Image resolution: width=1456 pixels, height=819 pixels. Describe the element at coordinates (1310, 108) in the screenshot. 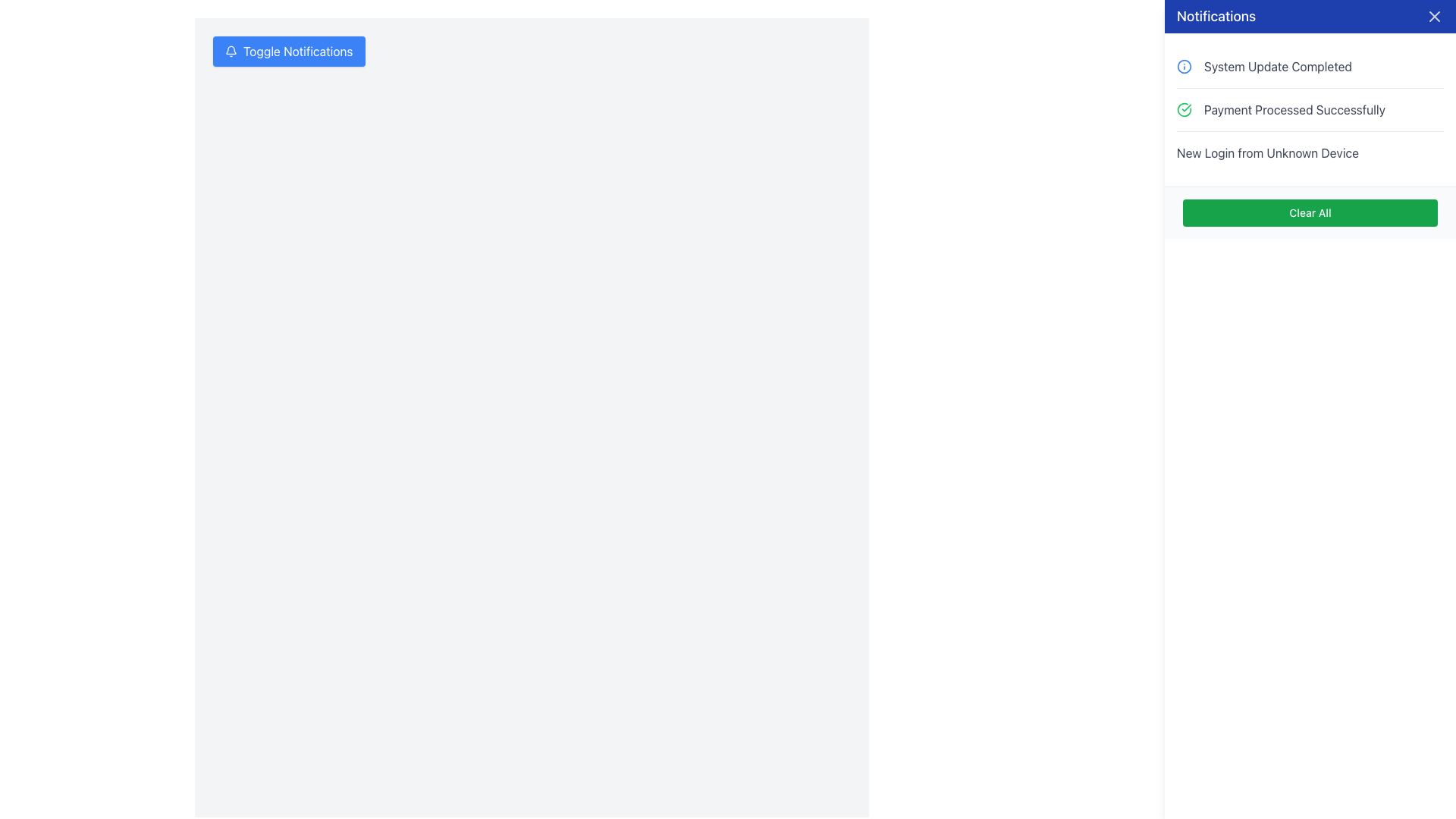

I see `notification item displaying 'Payment Processed Successfully' with a green checkmark icon, located as the second item in the notifications panel` at that location.